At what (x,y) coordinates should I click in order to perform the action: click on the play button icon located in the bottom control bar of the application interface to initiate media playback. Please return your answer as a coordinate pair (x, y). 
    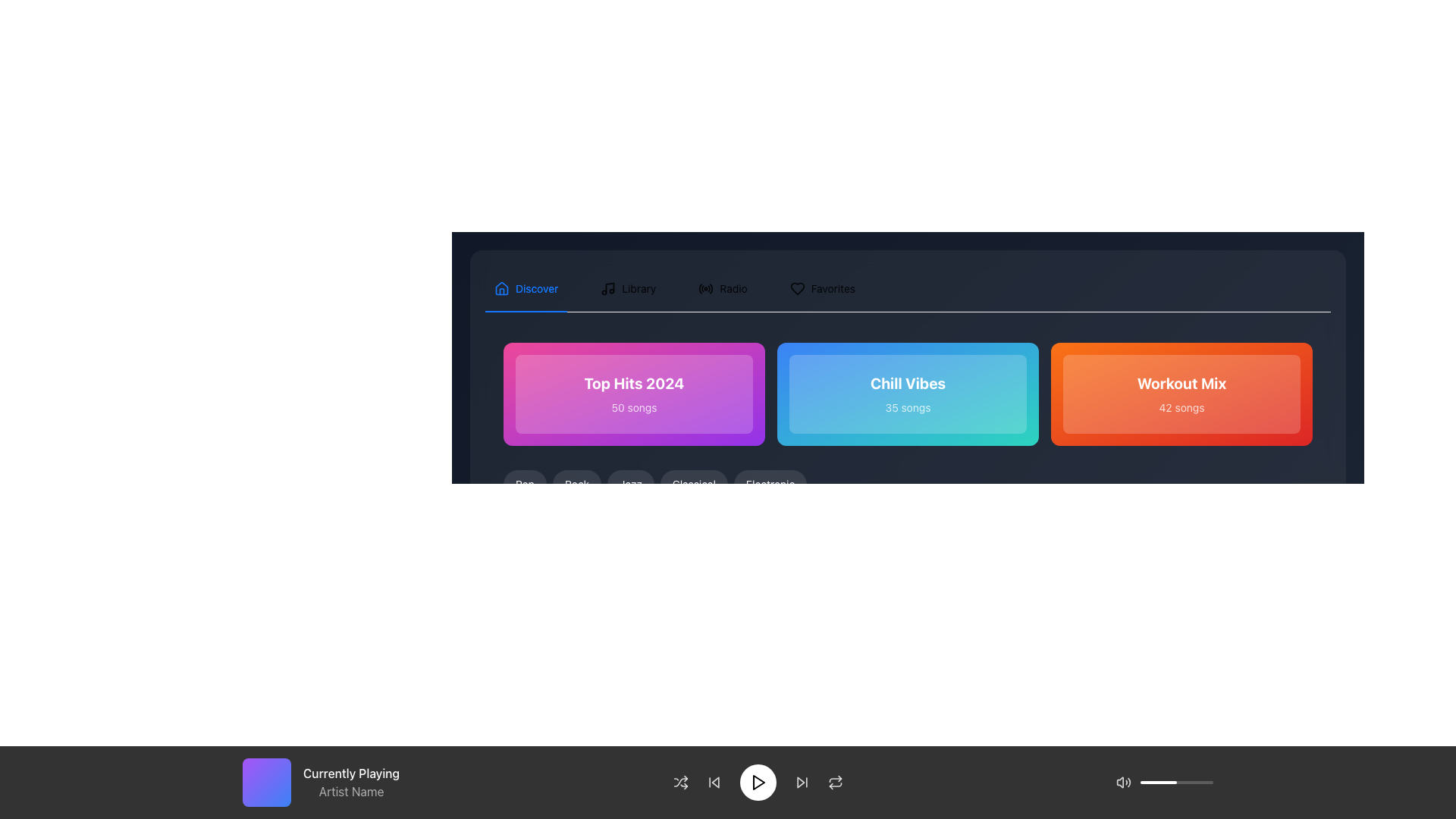
    Looking at the image, I should click on (758, 783).